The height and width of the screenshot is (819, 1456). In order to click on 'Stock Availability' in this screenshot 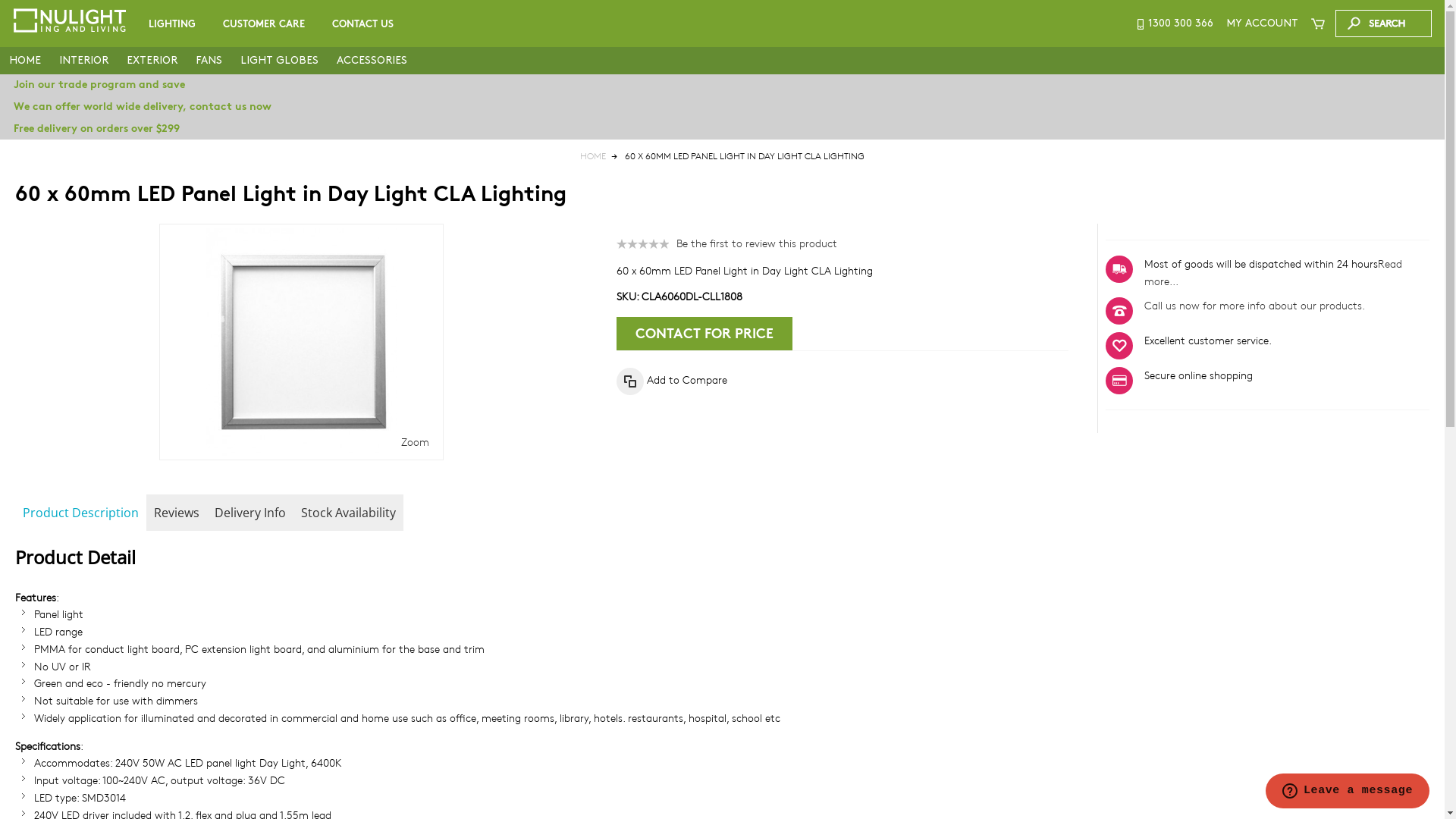, I will do `click(347, 512)`.